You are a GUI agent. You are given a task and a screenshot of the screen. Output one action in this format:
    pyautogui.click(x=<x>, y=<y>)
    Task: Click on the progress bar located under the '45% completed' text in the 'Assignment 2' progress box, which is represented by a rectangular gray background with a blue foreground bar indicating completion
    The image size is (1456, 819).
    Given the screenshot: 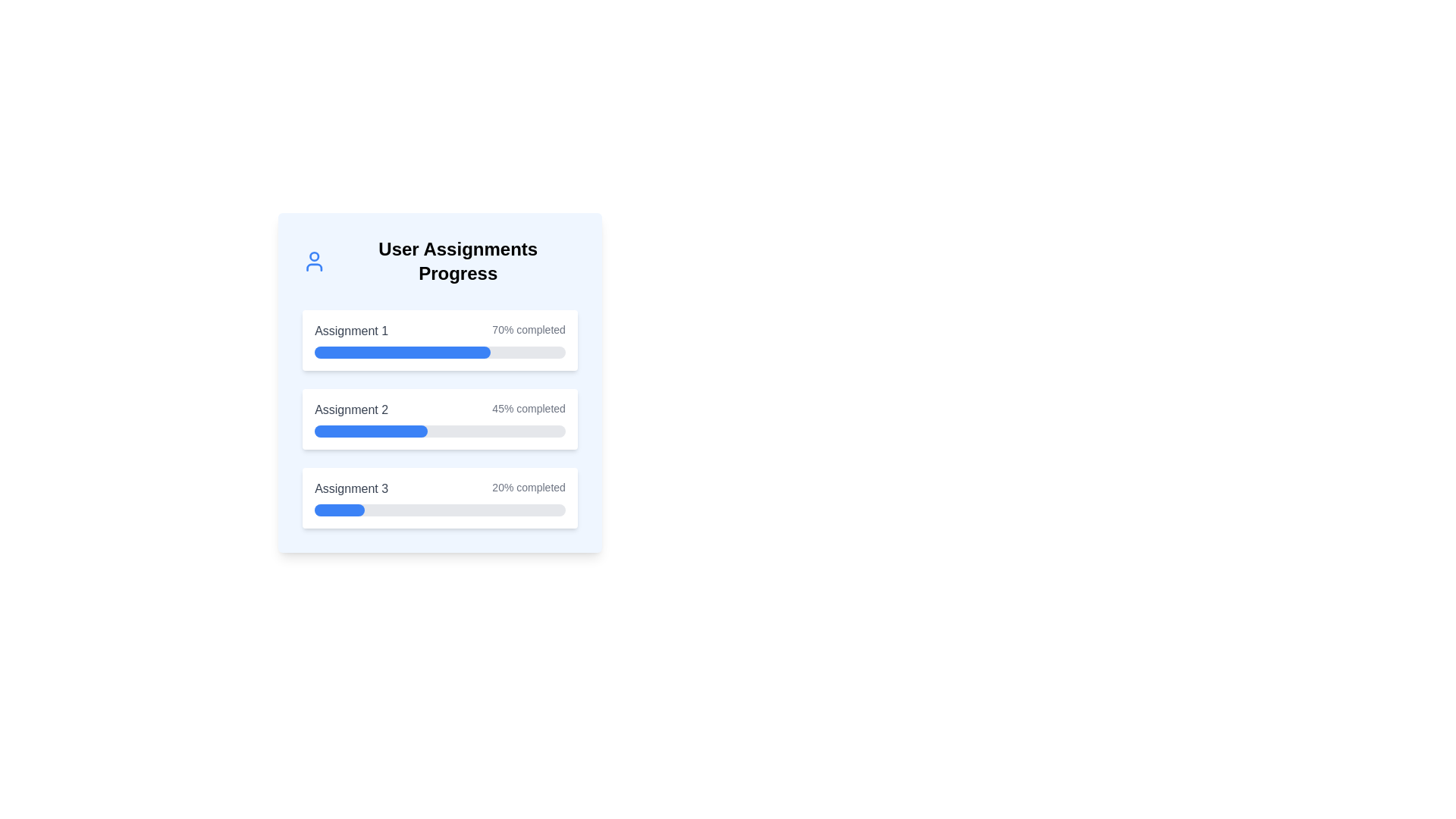 What is the action you would take?
    pyautogui.click(x=439, y=431)
    